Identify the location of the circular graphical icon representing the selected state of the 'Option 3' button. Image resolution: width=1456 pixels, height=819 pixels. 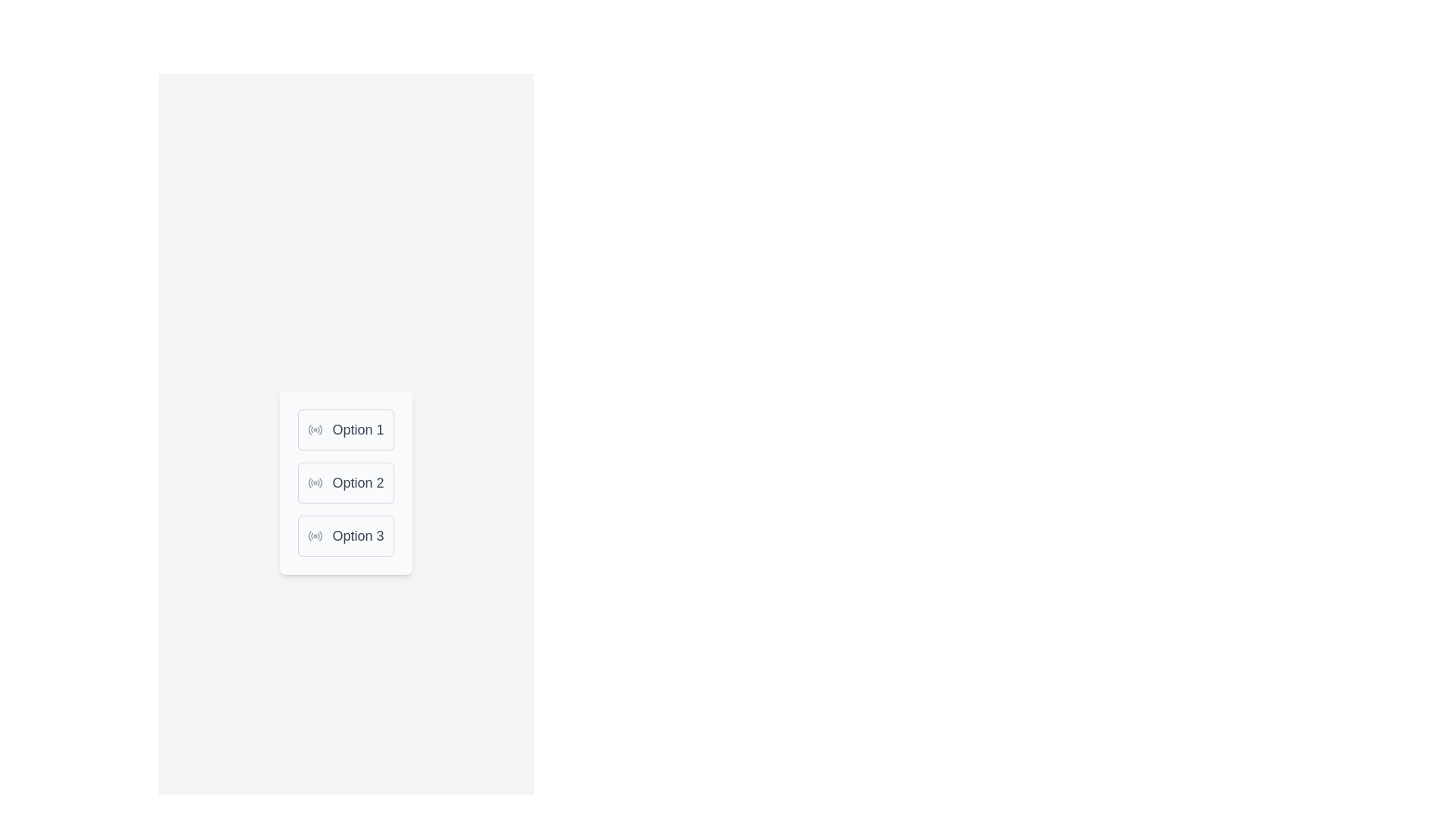
(309, 535).